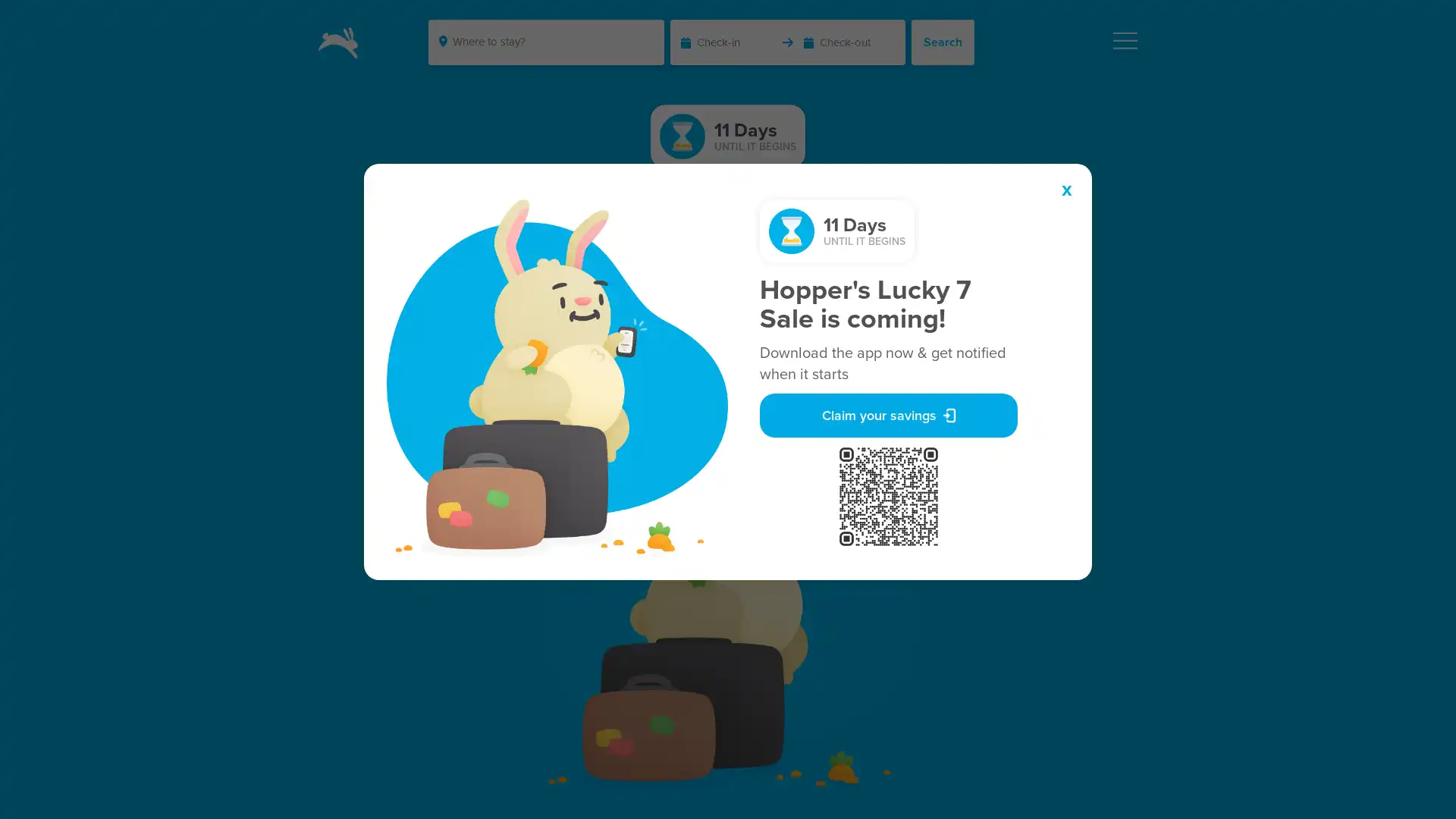 This screenshot has height=819, width=1456. What do you see at coordinates (888, 415) in the screenshot?
I see `Claim your savings` at bounding box center [888, 415].